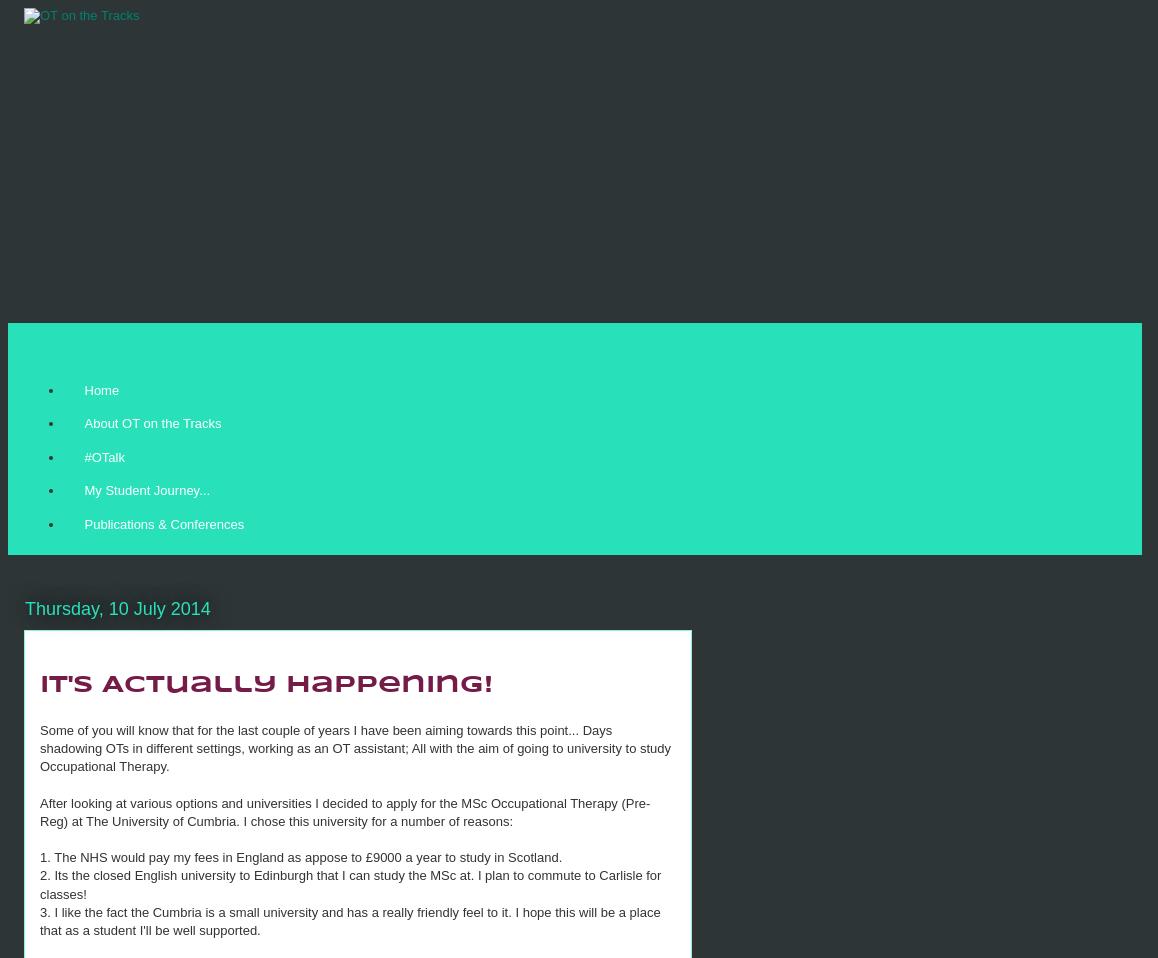 Image resolution: width=1158 pixels, height=958 pixels. Describe the element at coordinates (151, 423) in the screenshot. I see `'About OT on the Tracks'` at that location.